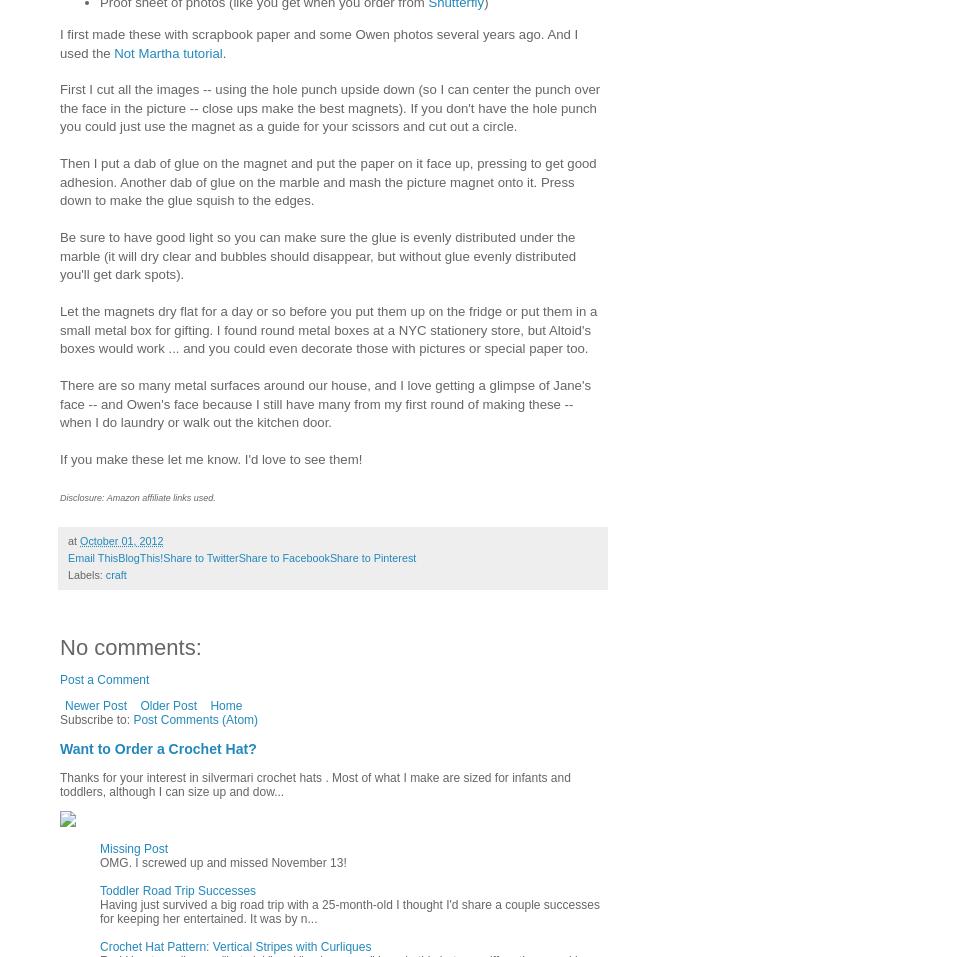  Describe the element at coordinates (313, 784) in the screenshot. I see `'Thanks for your interest in silvermari crochet hats . Most of what I make are sized for infants and toddlers, although I can size up and dow...'` at that location.